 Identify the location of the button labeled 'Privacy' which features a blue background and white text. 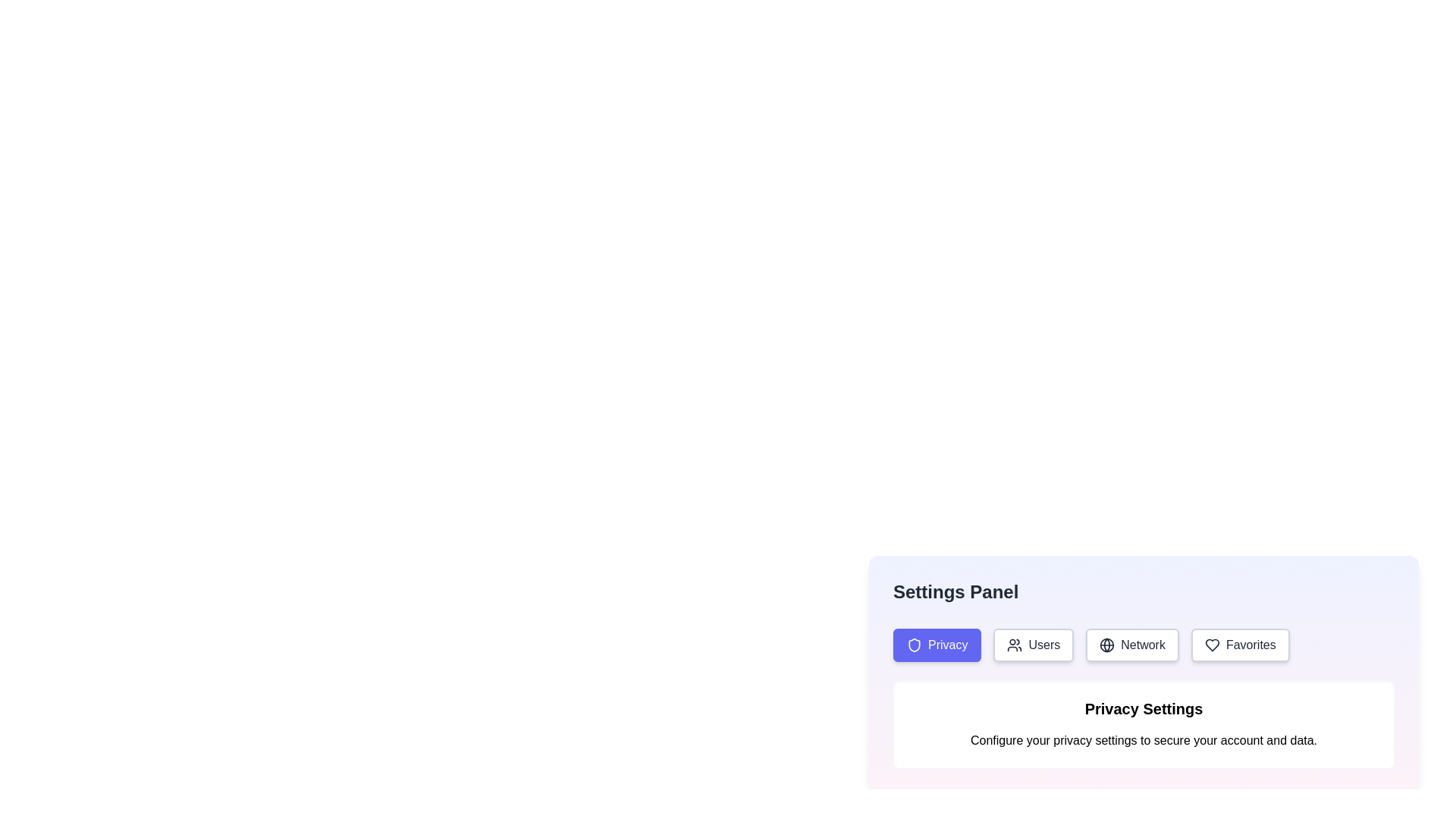
(946, 645).